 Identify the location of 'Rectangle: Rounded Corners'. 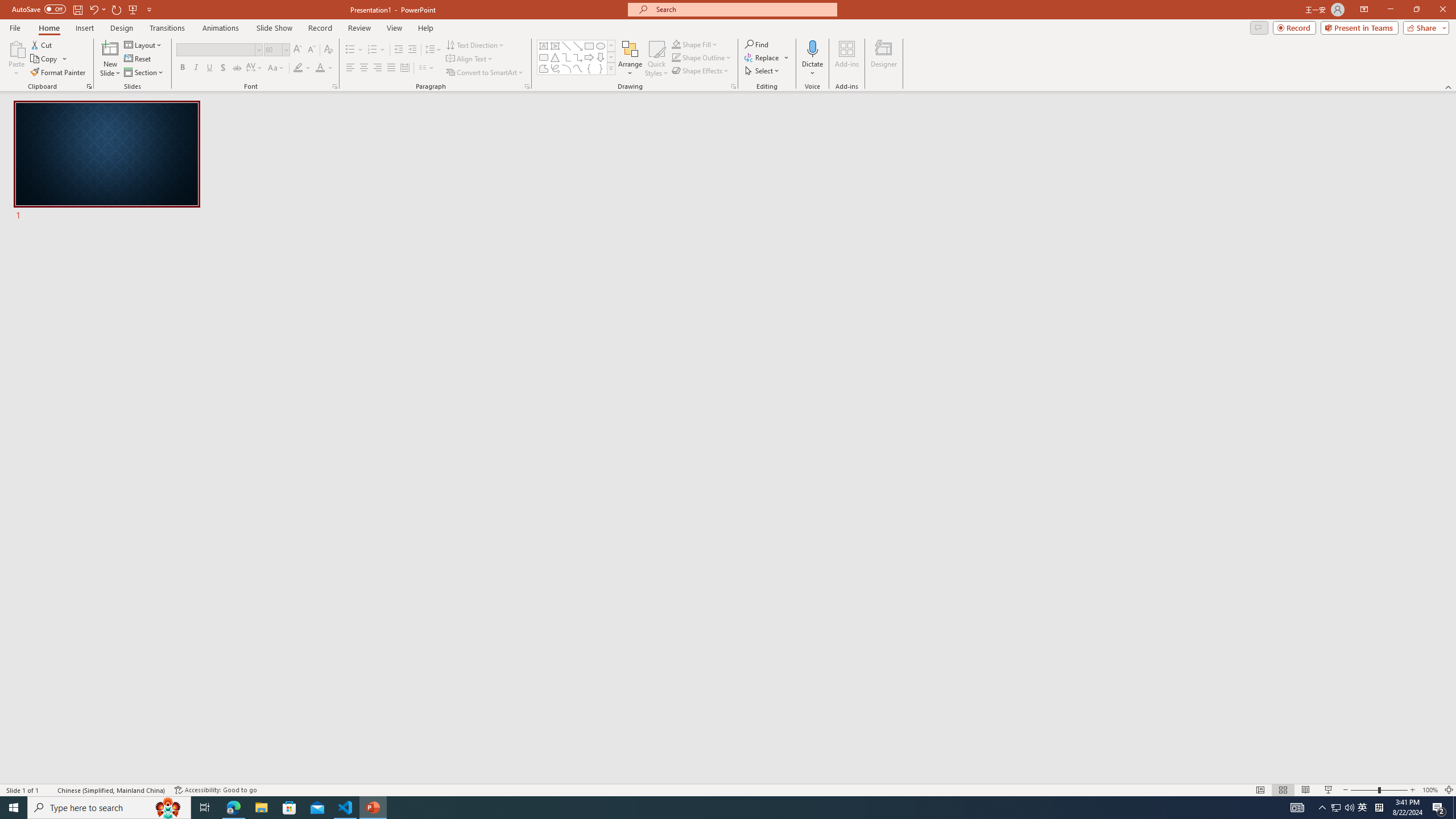
(543, 56).